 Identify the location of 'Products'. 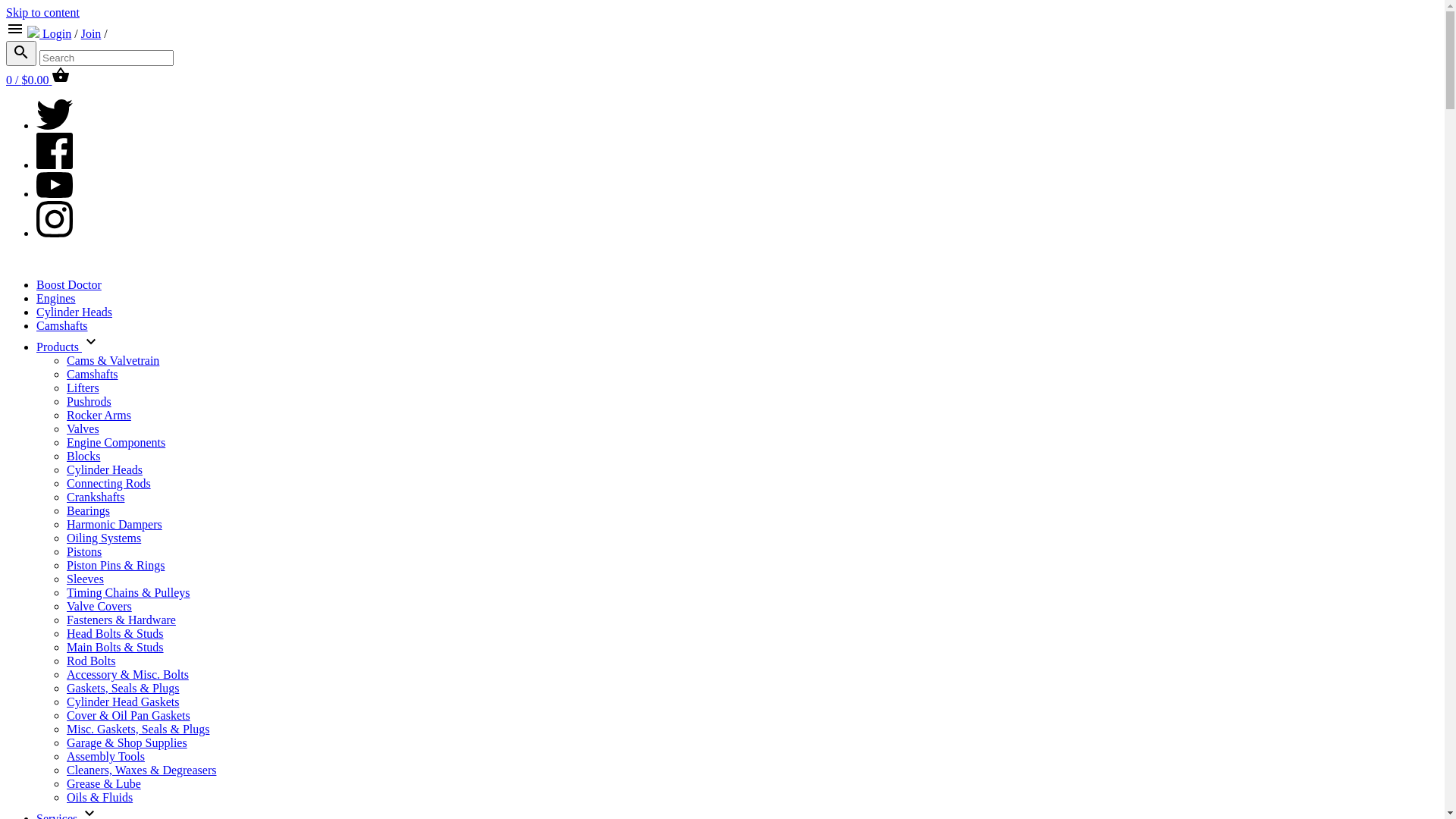
(67, 347).